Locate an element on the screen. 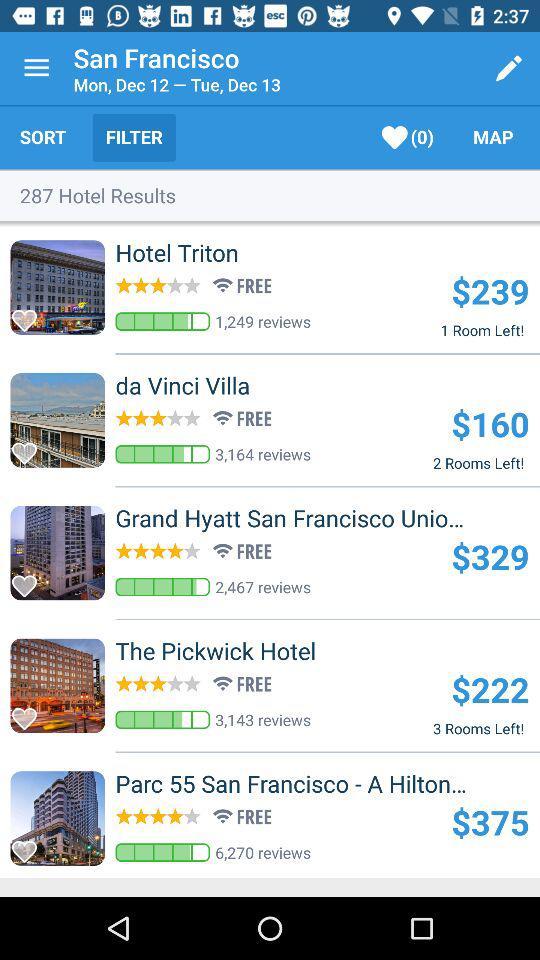 Image resolution: width=540 pixels, height=960 pixels. the icon to the left of the $222 is located at coordinates (248, 650).